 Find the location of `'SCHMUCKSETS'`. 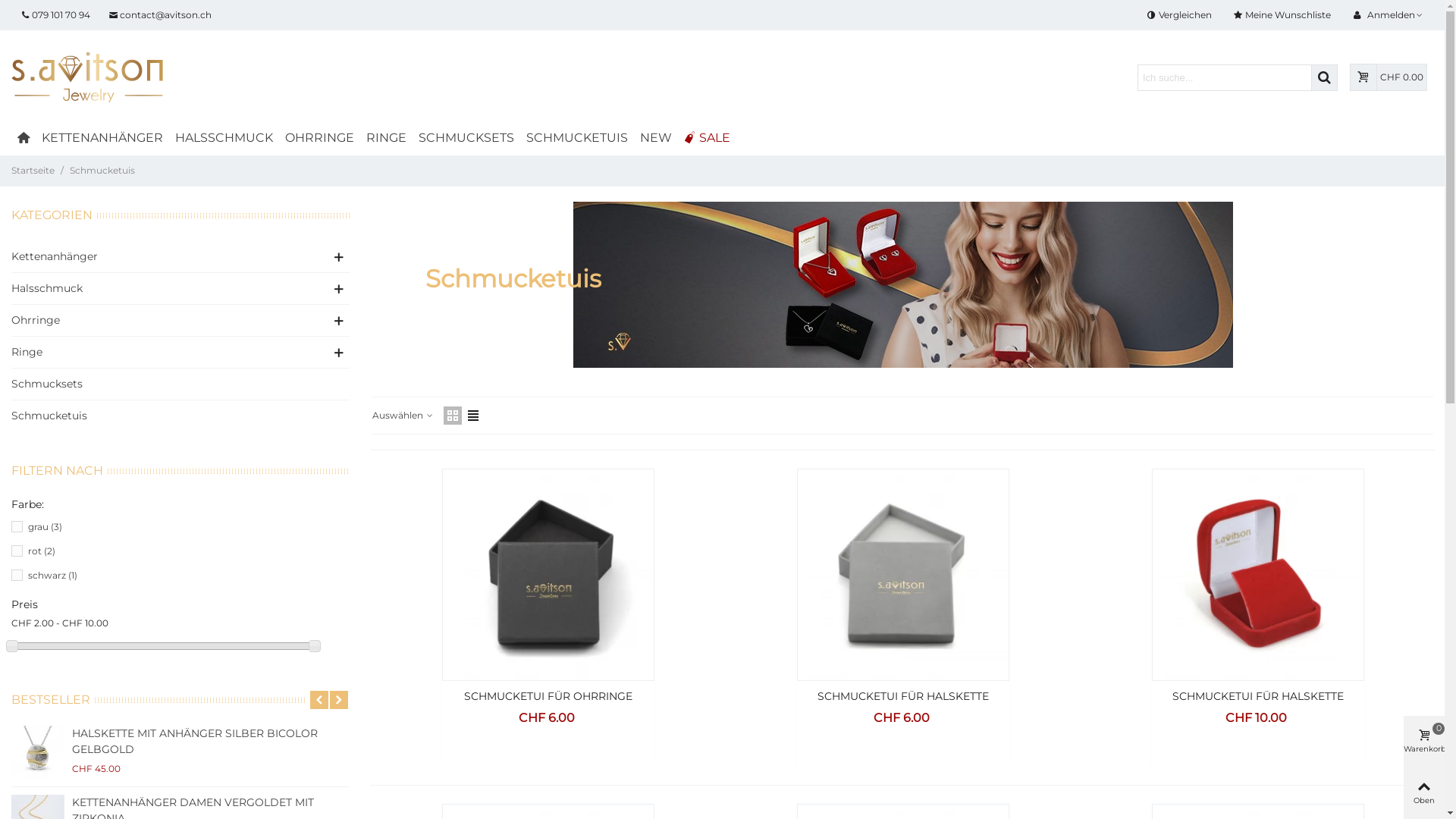

'SCHMUCKSETS' is located at coordinates (465, 137).